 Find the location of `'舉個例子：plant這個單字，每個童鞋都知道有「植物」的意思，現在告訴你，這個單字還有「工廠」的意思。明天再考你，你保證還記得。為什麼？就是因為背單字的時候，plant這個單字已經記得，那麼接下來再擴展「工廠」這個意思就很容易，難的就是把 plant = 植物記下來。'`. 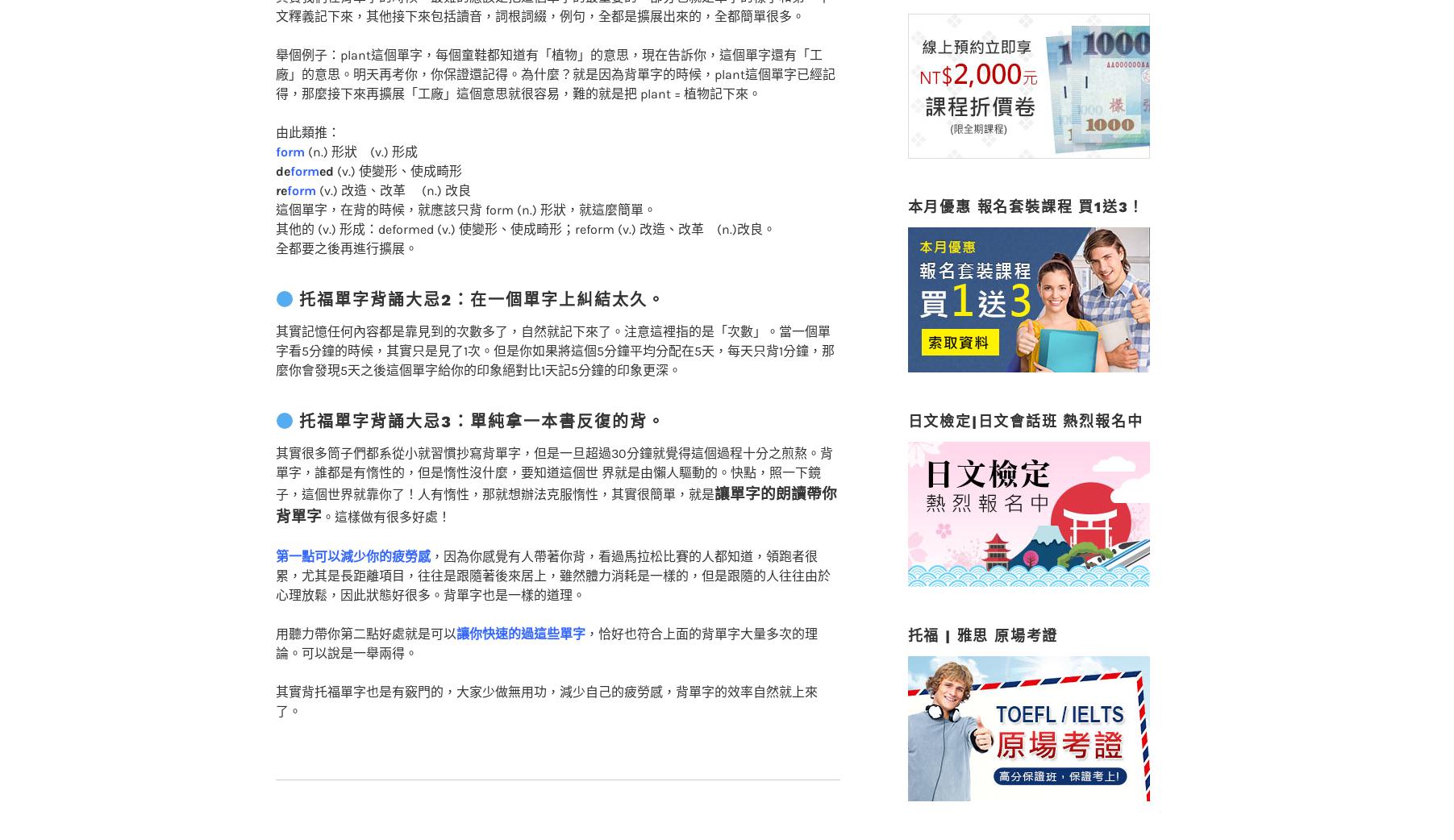

'舉個例子：plant這個單字，每個童鞋都知道有「植物」的意思，現在告訴你，這個單字還有「工廠」的意思。明天再考你，你保證還記得。為什麼？就是因為背單字的時候，plant這個單字已經記得，那麼接下來再擴展「工廠」這個意思就很容易，難的就是把 plant = 植物記下來。' is located at coordinates (273, 41).